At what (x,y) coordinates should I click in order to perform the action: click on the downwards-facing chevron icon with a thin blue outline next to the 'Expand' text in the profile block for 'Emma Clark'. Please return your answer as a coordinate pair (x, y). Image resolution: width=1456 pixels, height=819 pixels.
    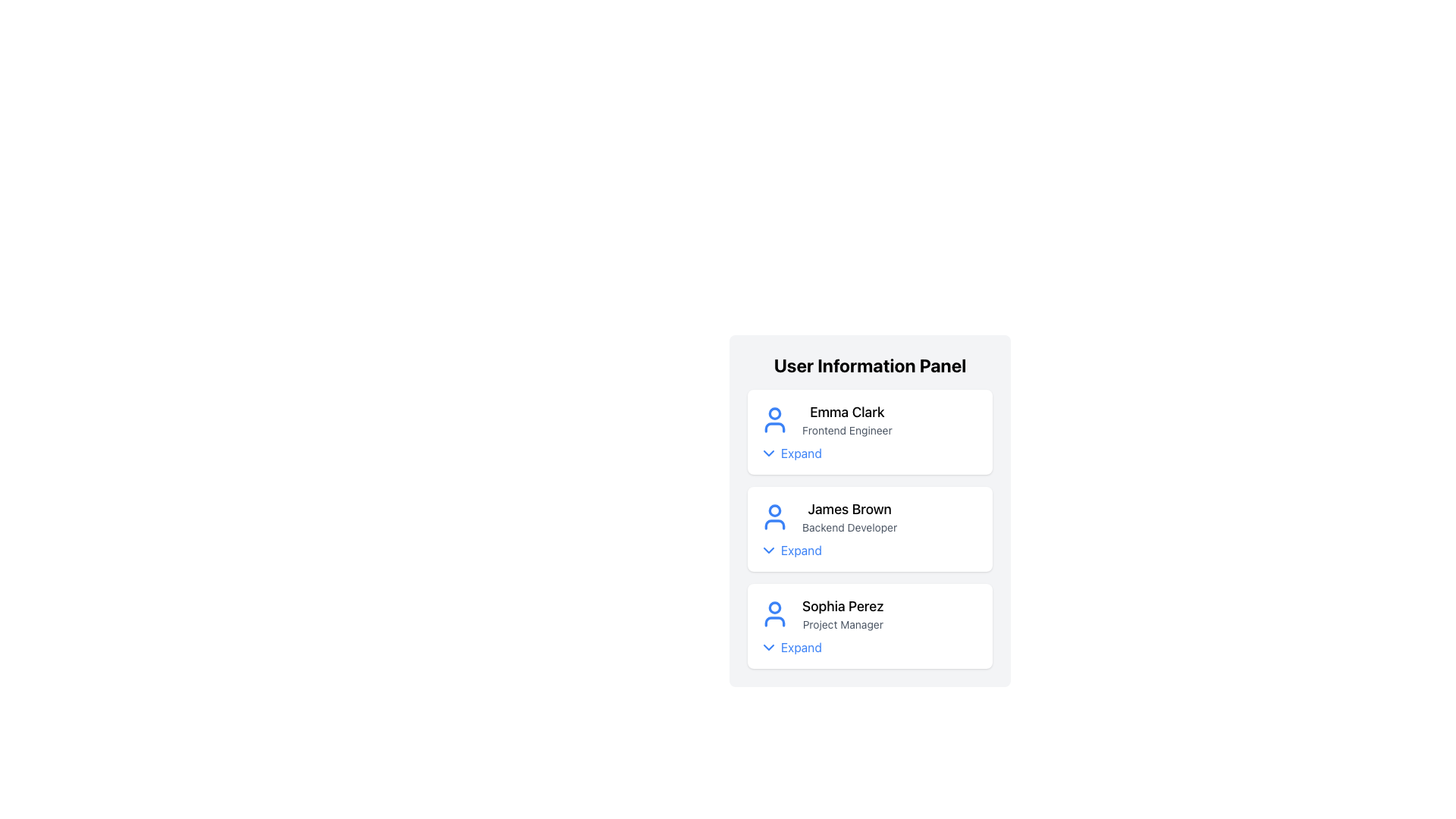
    Looking at the image, I should click on (768, 452).